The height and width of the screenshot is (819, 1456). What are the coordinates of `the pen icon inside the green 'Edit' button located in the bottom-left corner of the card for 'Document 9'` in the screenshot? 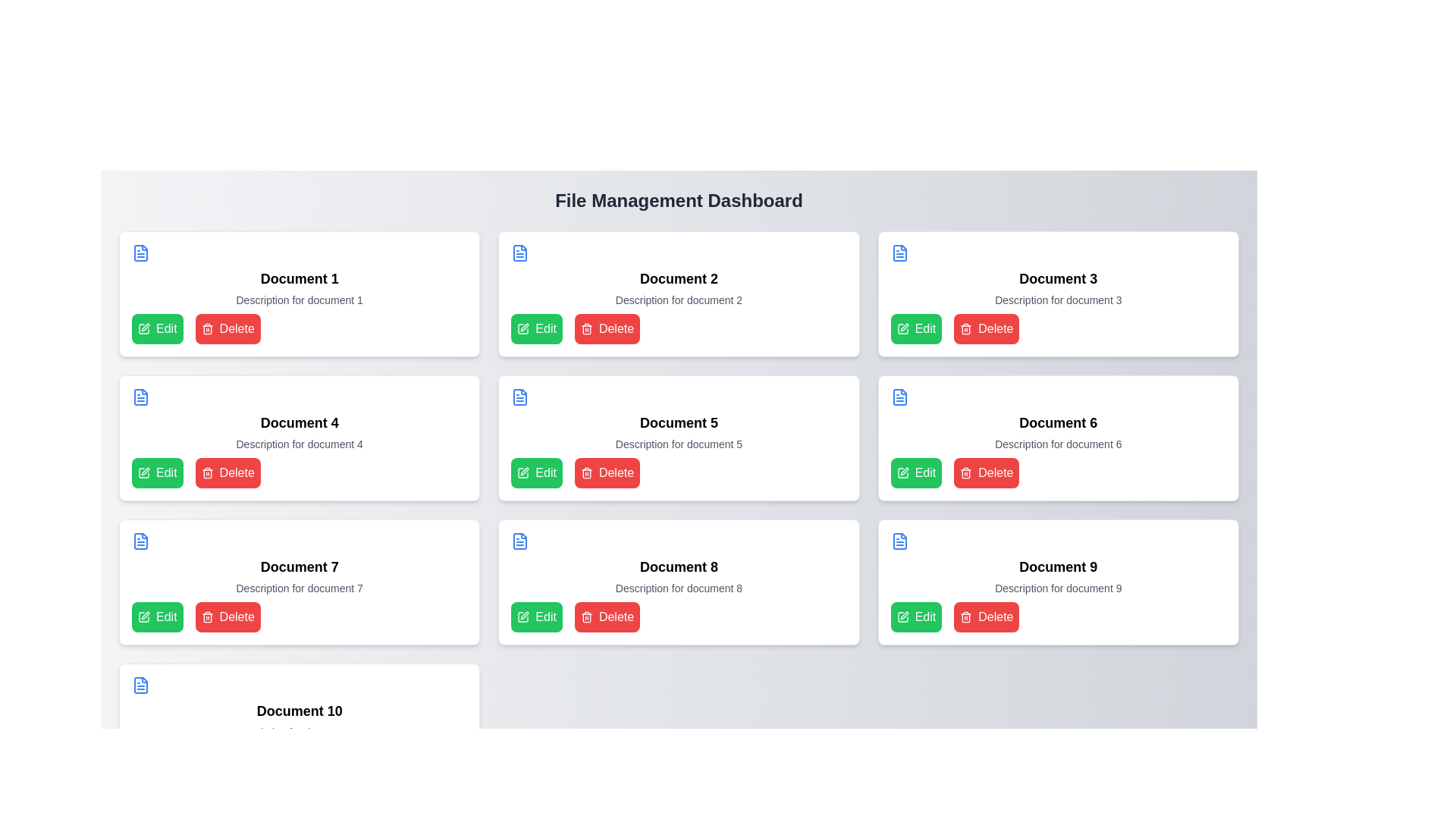 It's located at (902, 617).